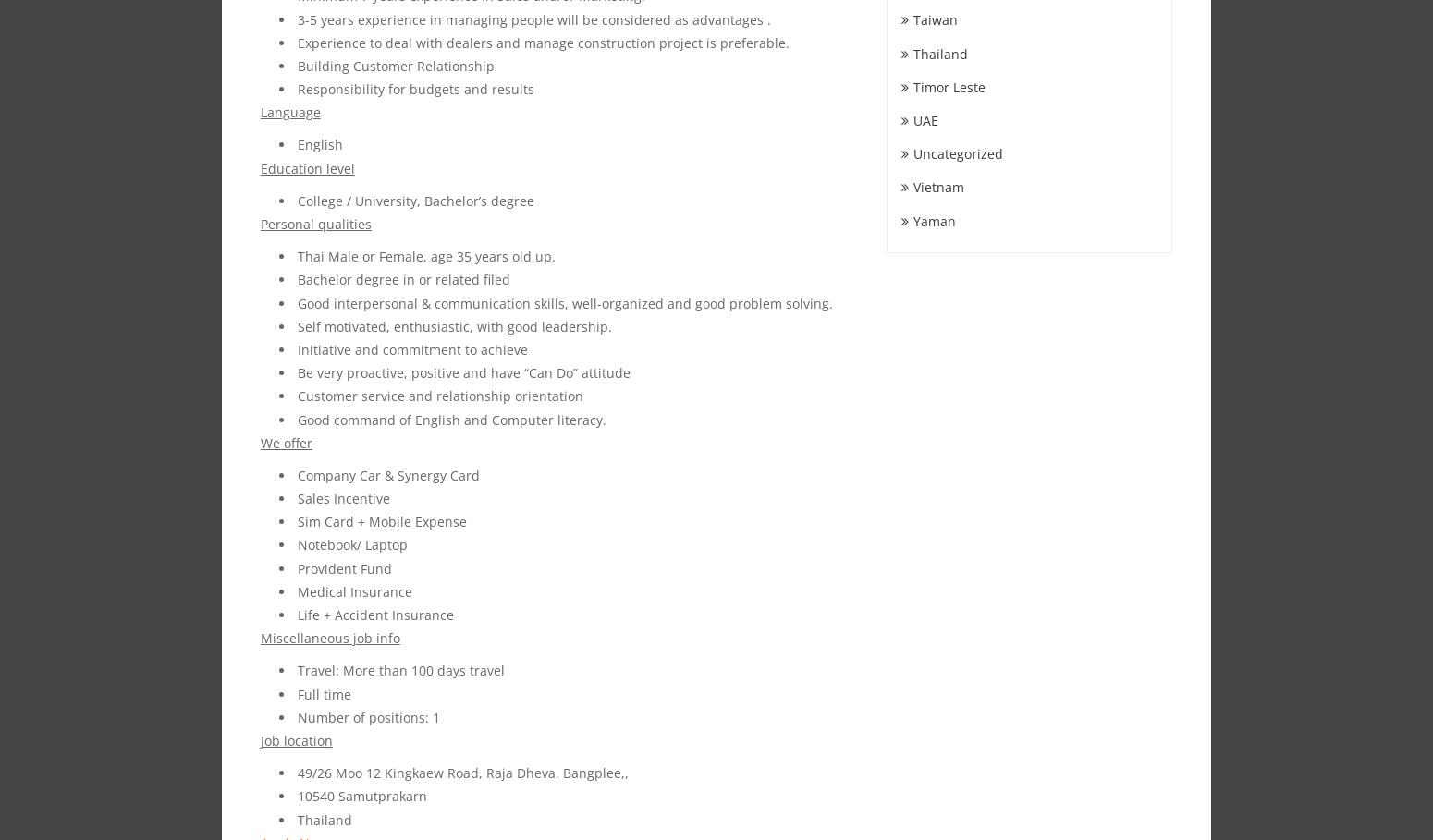 The width and height of the screenshot is (1433, 840). I want to click on 'Language', so click(288, 112).